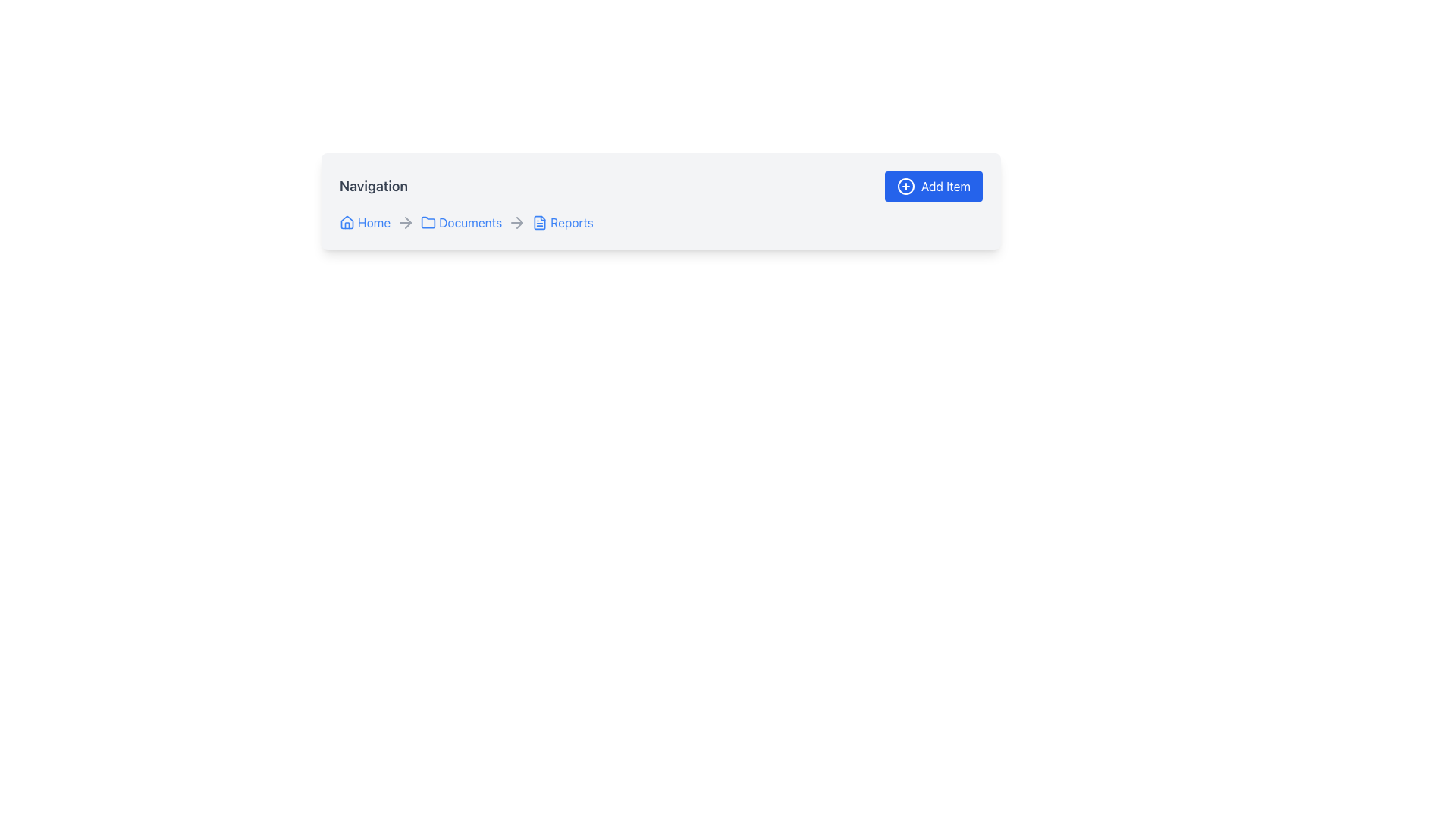 The width and height of the screenshot is (1456, 819). I want to click on the 'Documents' hyperlink in the breadcrumb navigation to trigger the underline effect, so click(460, 222).